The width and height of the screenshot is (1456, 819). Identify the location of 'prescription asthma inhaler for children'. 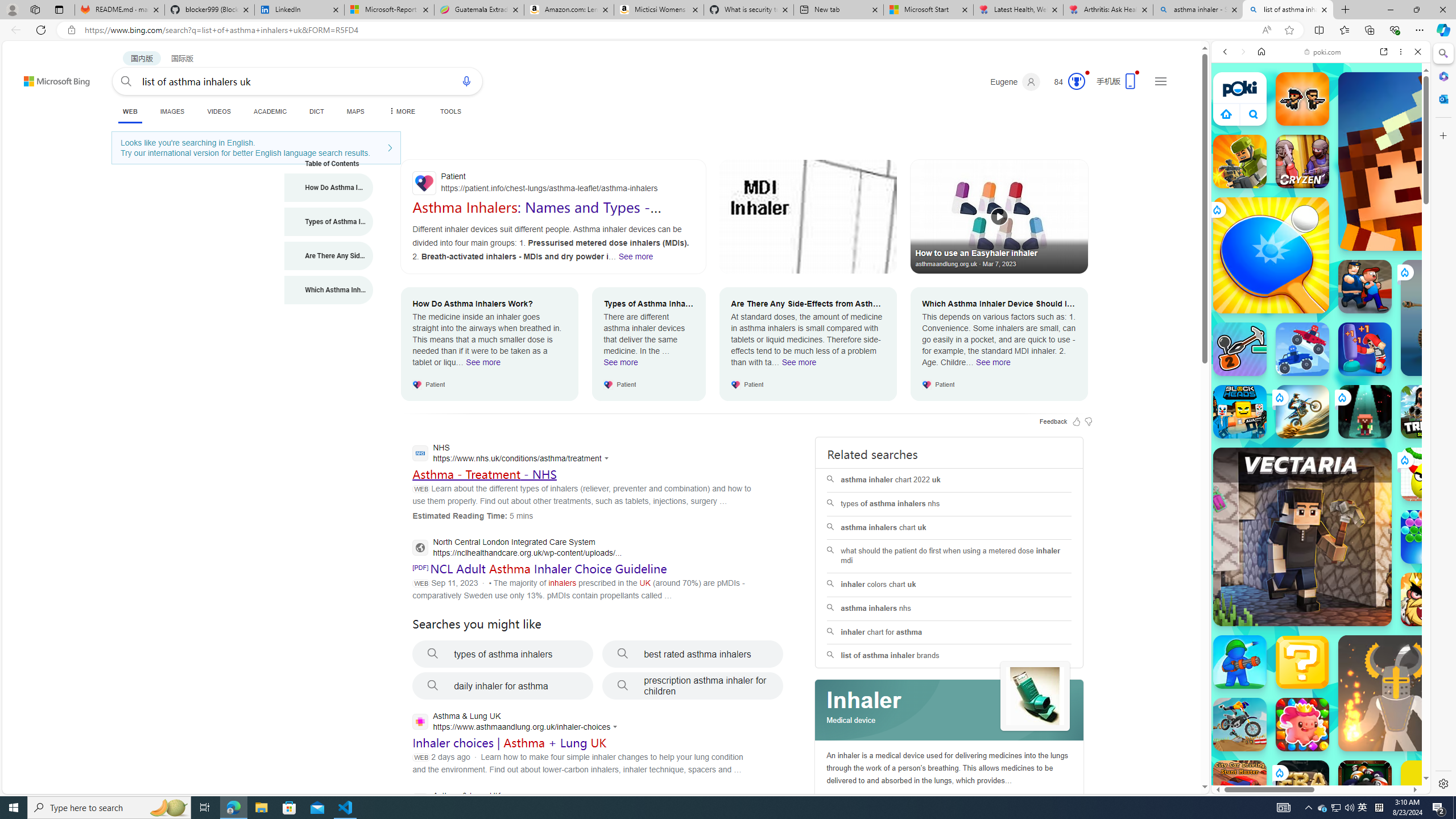
(693, 686).